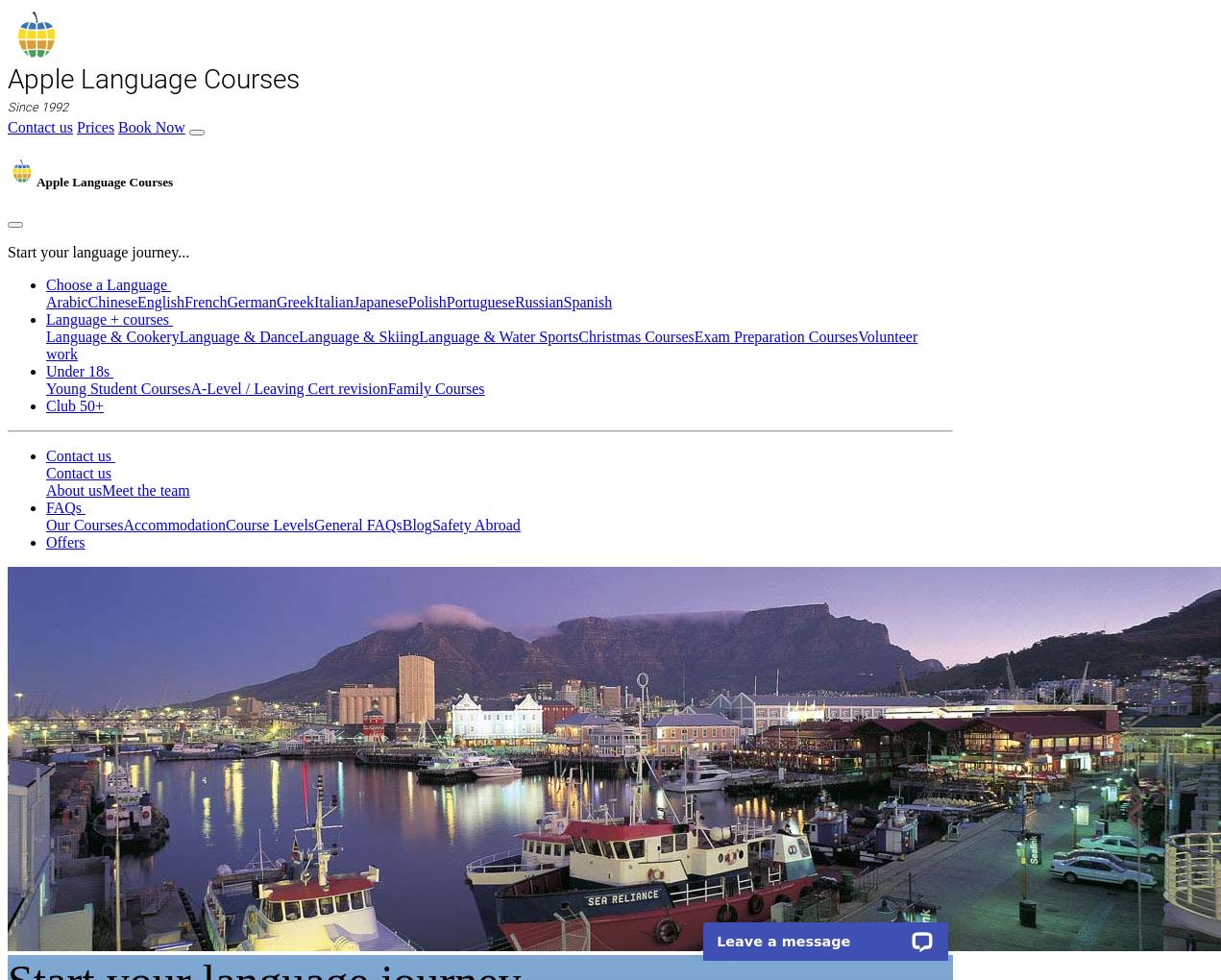 This screenshot has width=1221, height=980. What do you see at coordinates (98, 251) in the screenshot?
I see `'Start your language journey...'` at bounding box center [98, 251].